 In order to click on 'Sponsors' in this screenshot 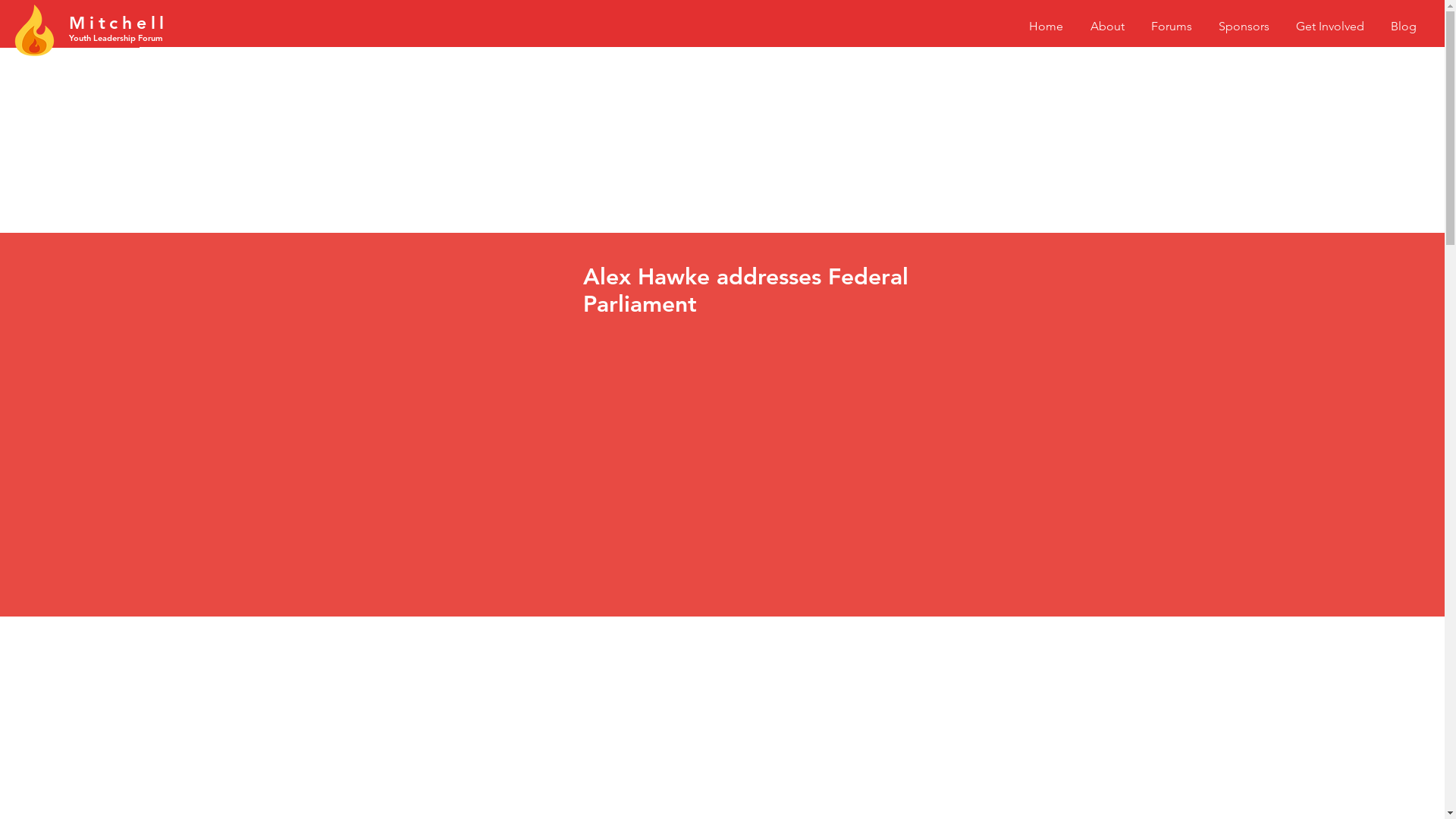, I will do `click(1244, 26)`.